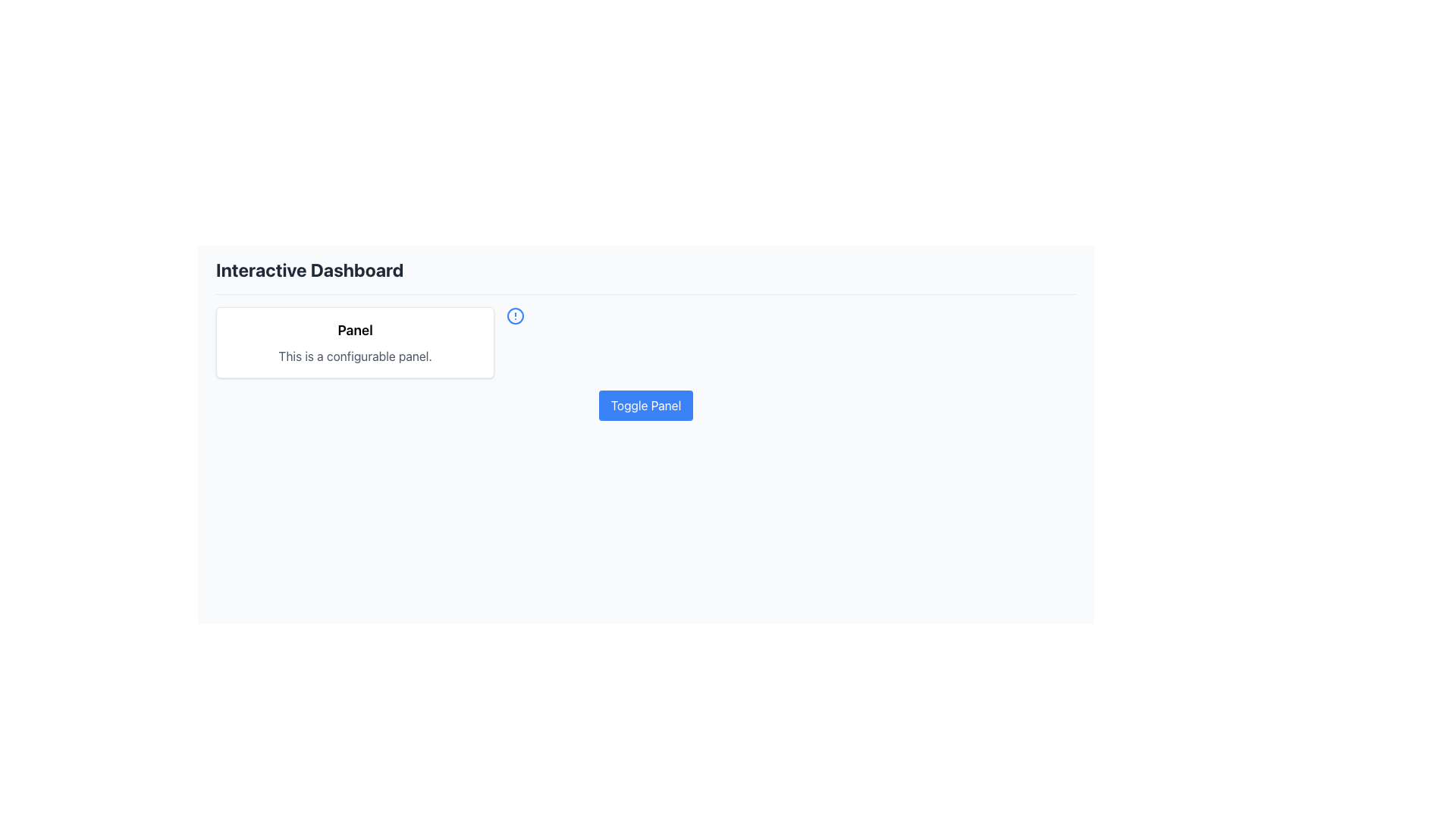 The height and width of the screenshot is (819, 1456). What do you see at coordinates (354, 356) in the screenshot?
I see `the Text Label located beneath the title 'Panel' in the lower portion of the bordered, shadowed panel, which provides additional descriptive information about the panel's functionality` at bounding box center [354, 356].